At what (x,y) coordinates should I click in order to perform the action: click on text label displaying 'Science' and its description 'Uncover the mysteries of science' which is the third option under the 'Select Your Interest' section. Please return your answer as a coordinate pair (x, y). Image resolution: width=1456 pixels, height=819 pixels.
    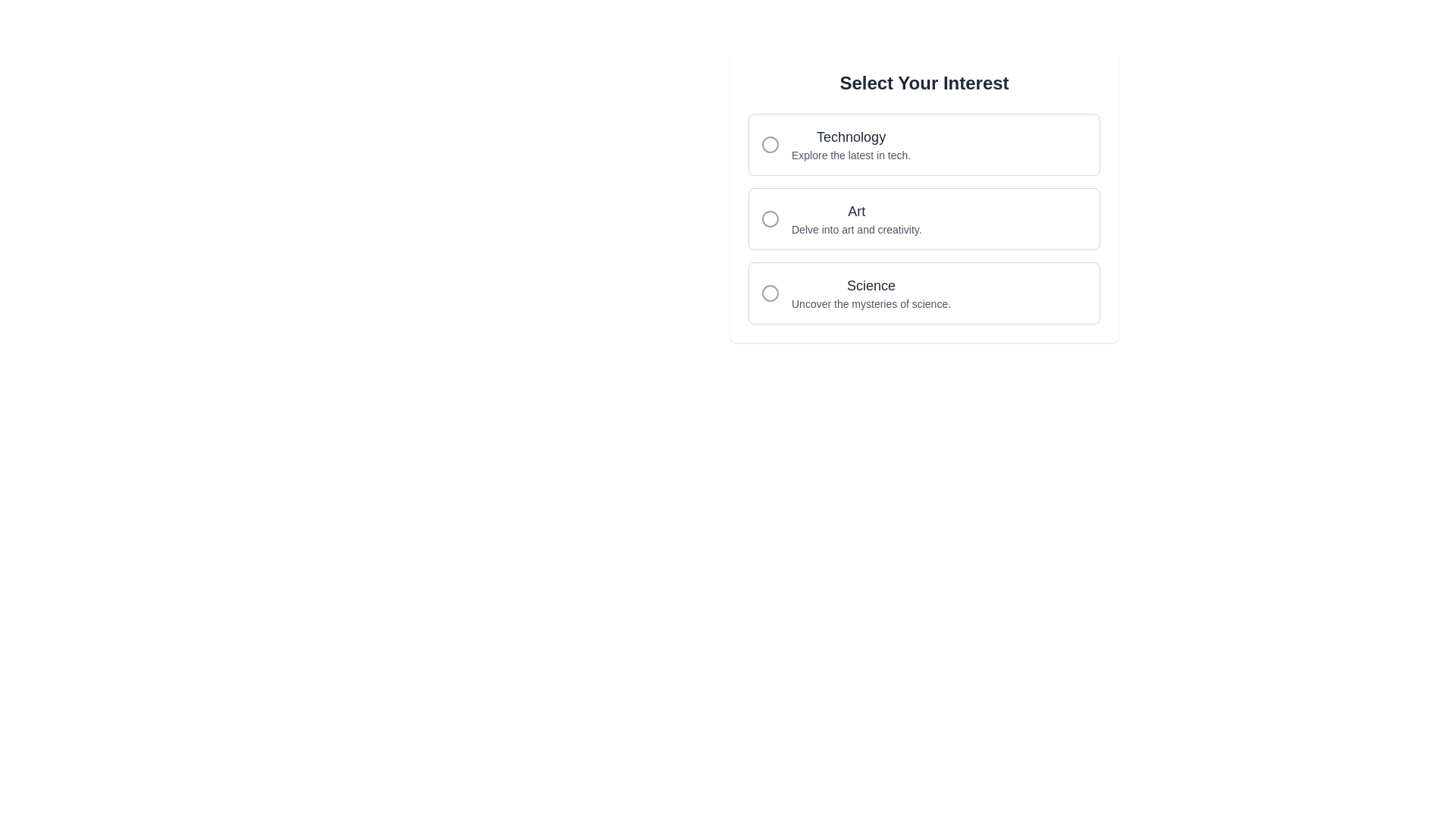
    Looking at the image, I should click on (871, 293).